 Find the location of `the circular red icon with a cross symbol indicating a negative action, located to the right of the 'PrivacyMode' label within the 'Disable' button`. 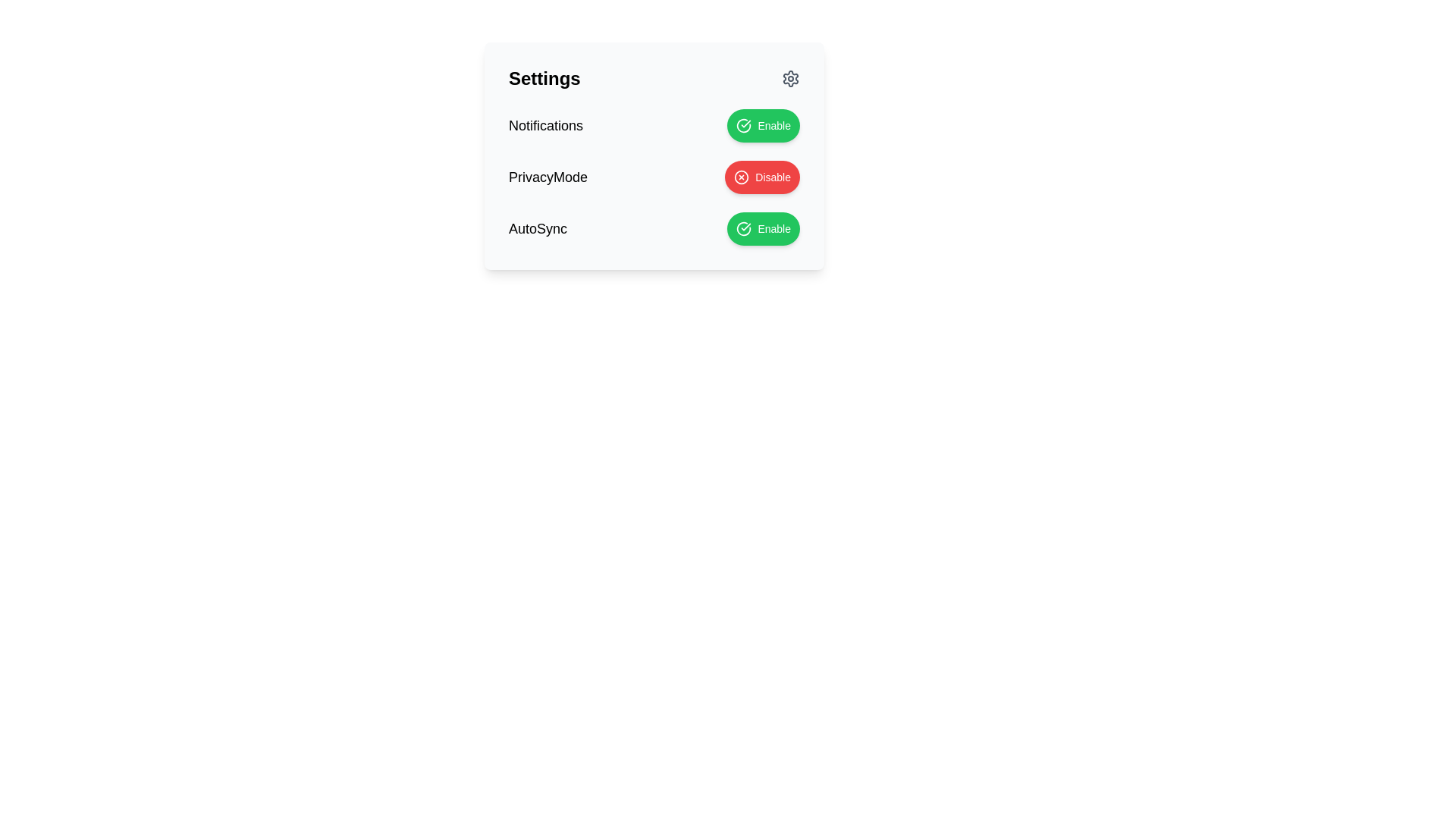

the circular red icon with a cross symbol indicating a negative action, located to the right of the 'PrivacyMode' label within the 'Disable' button is located at coordinates (742, 177).